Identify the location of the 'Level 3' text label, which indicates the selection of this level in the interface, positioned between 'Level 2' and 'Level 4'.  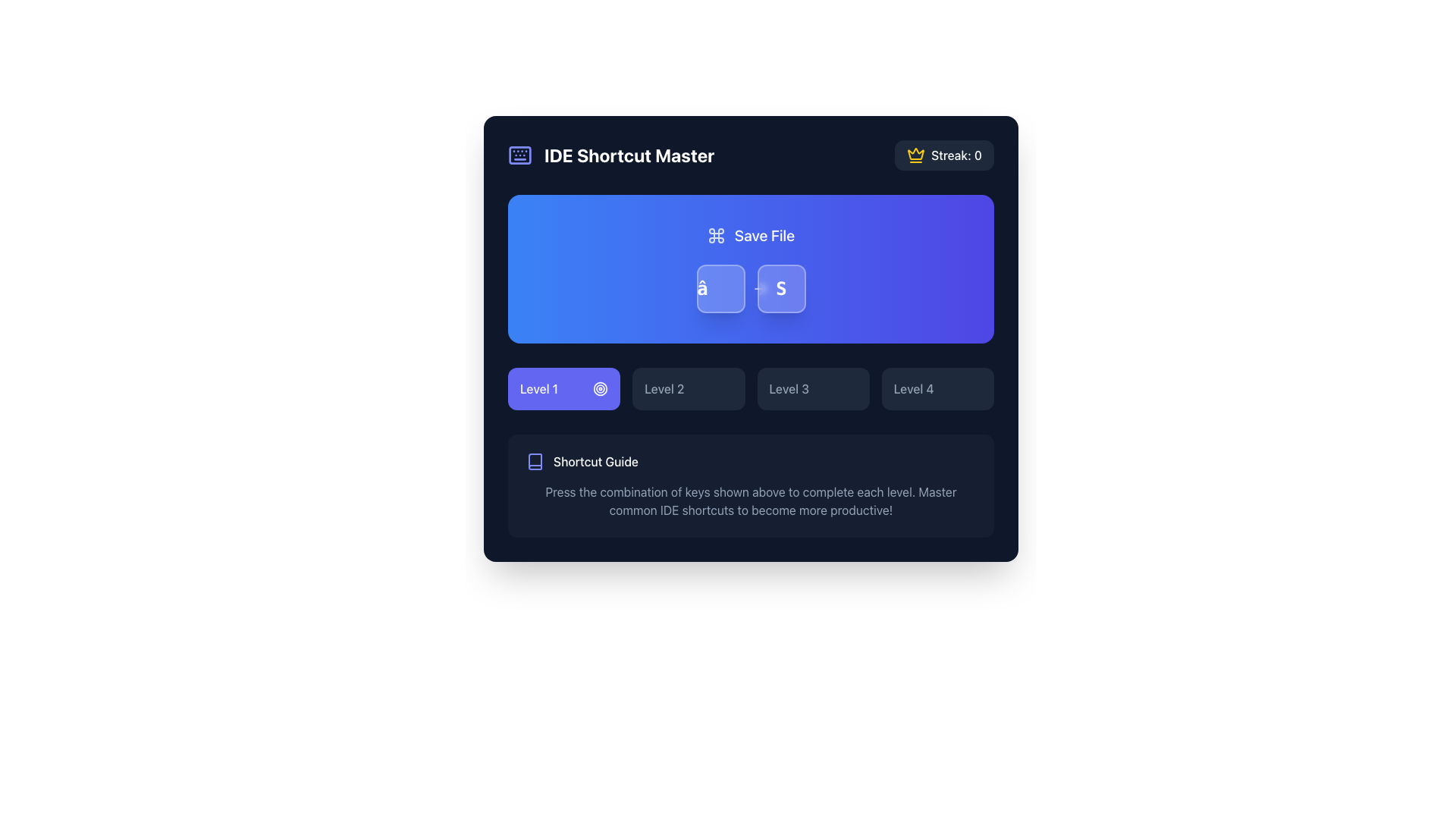
(789, 388).